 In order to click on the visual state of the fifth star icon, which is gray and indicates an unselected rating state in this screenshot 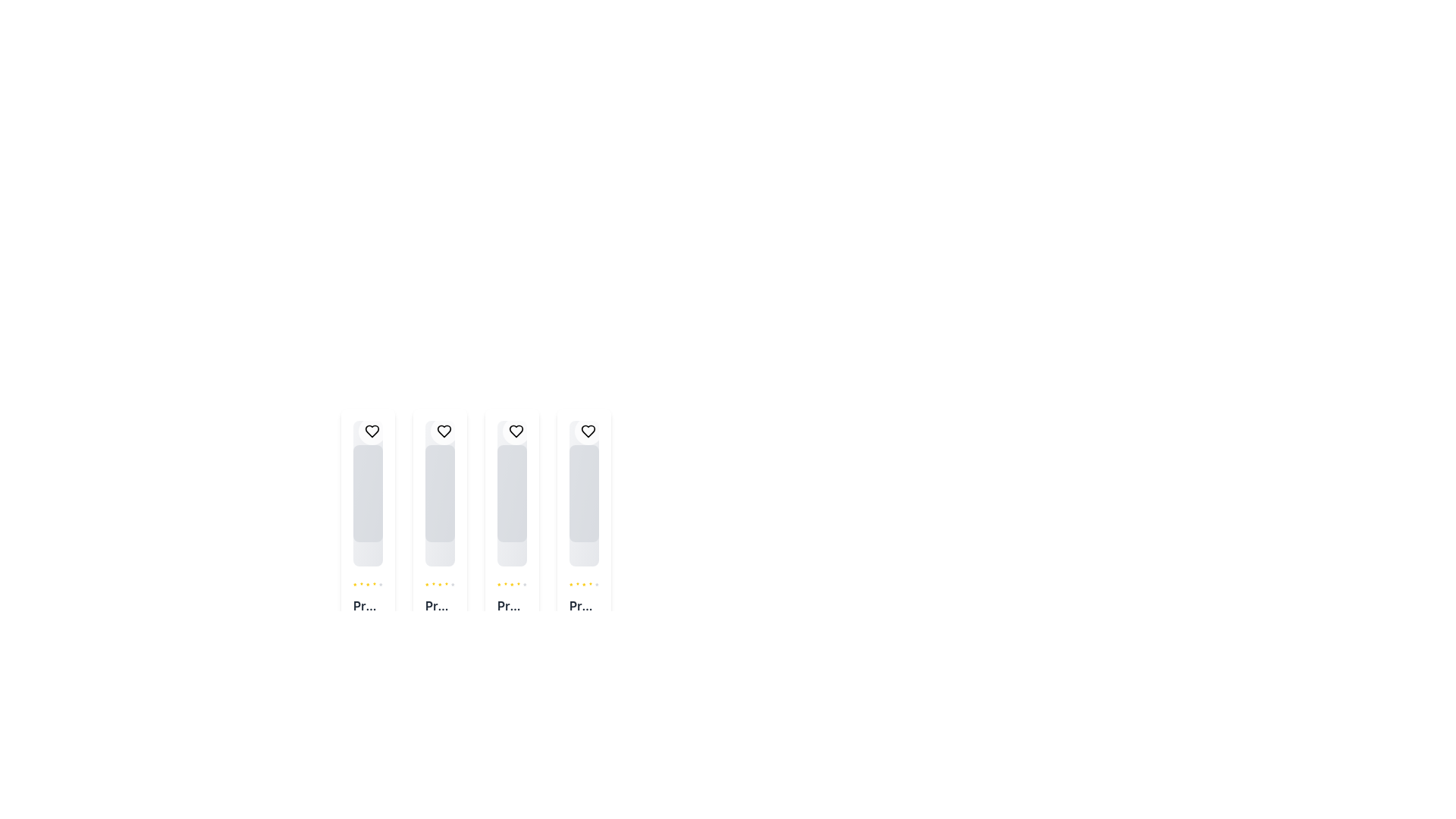, I will do `click(525, 584)`.